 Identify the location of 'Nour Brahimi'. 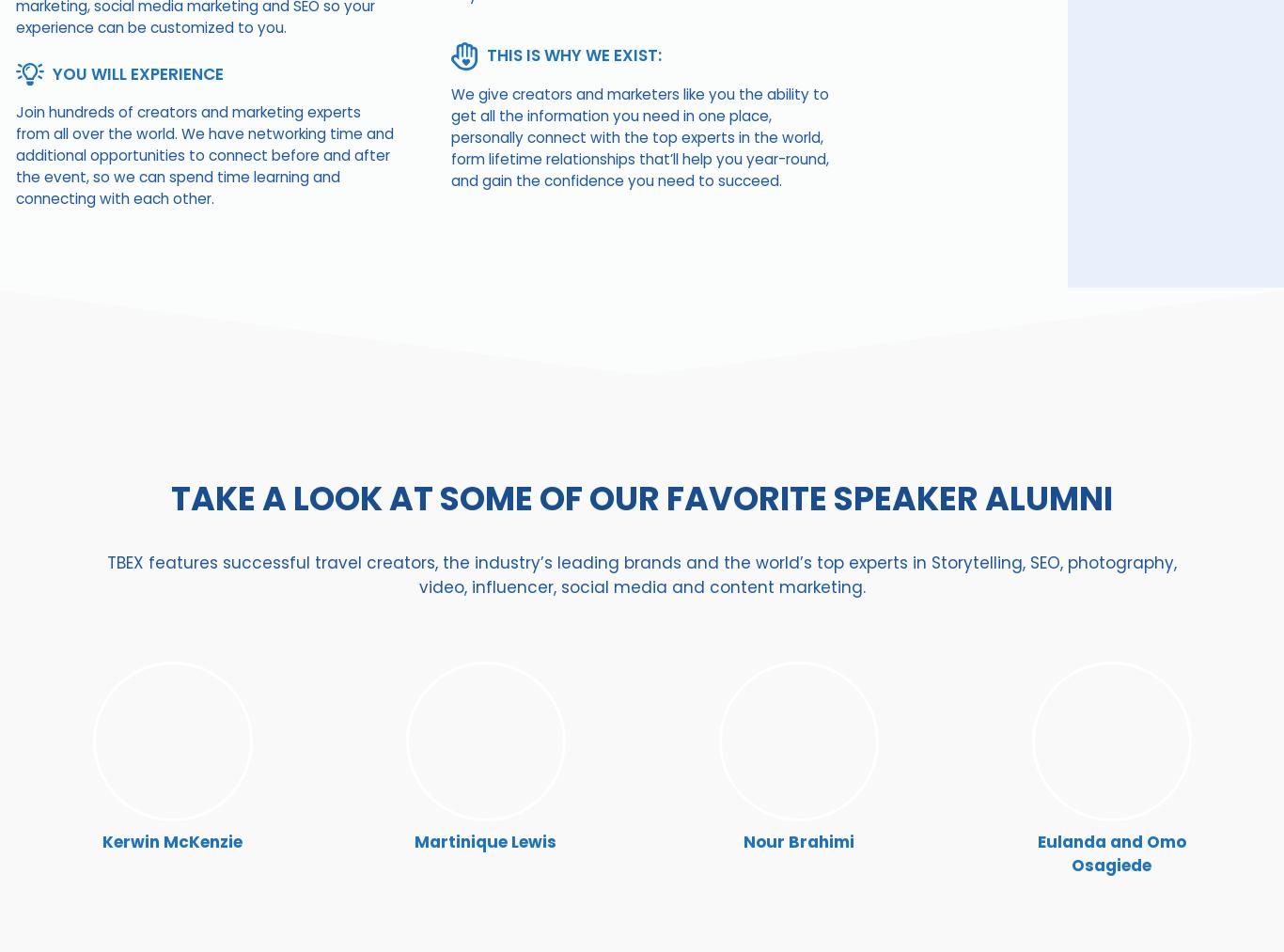
(796, 839).